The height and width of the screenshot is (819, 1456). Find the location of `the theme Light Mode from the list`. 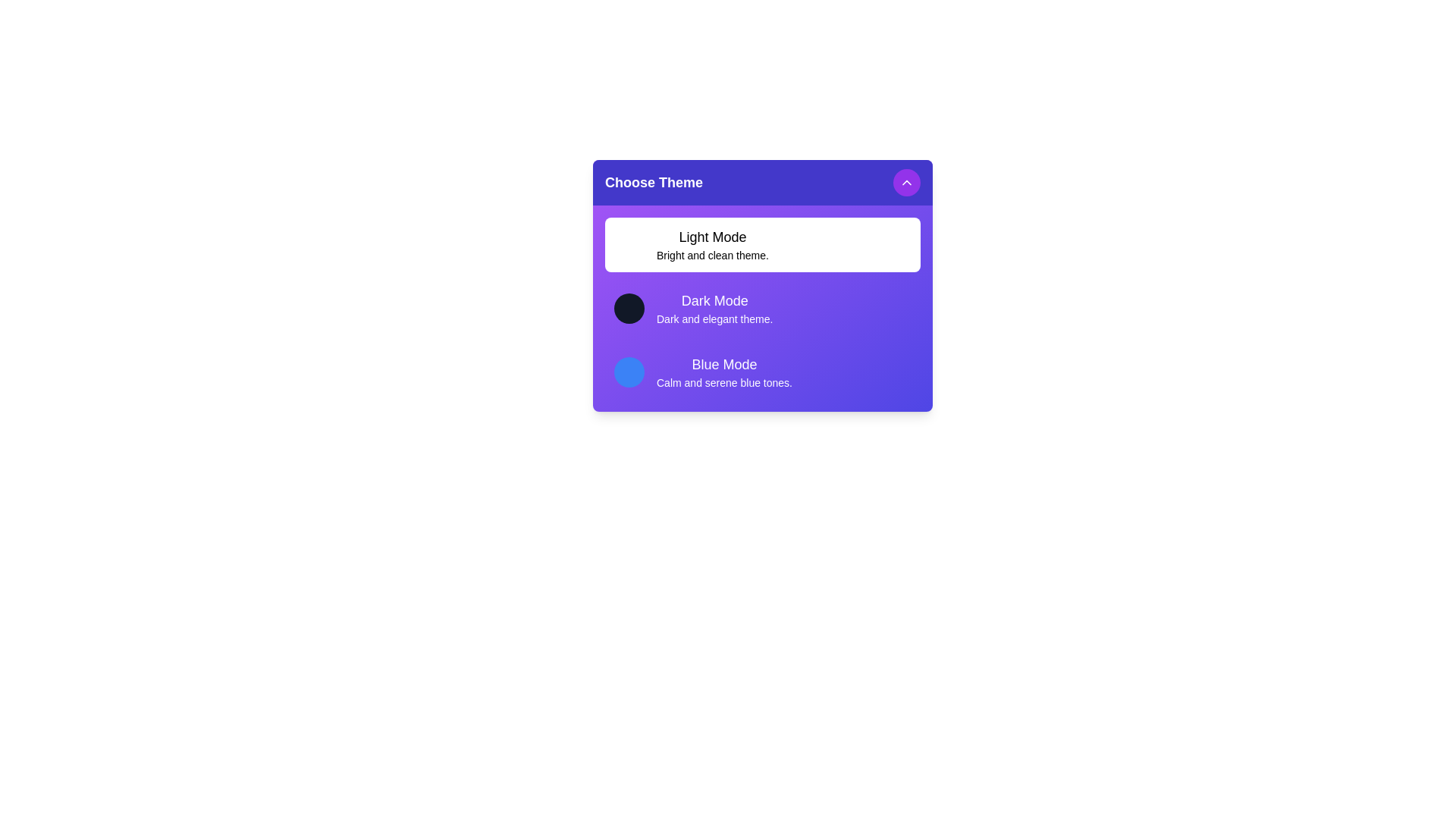

the theme Light Mode from the list is located at coordinates (763, 244).